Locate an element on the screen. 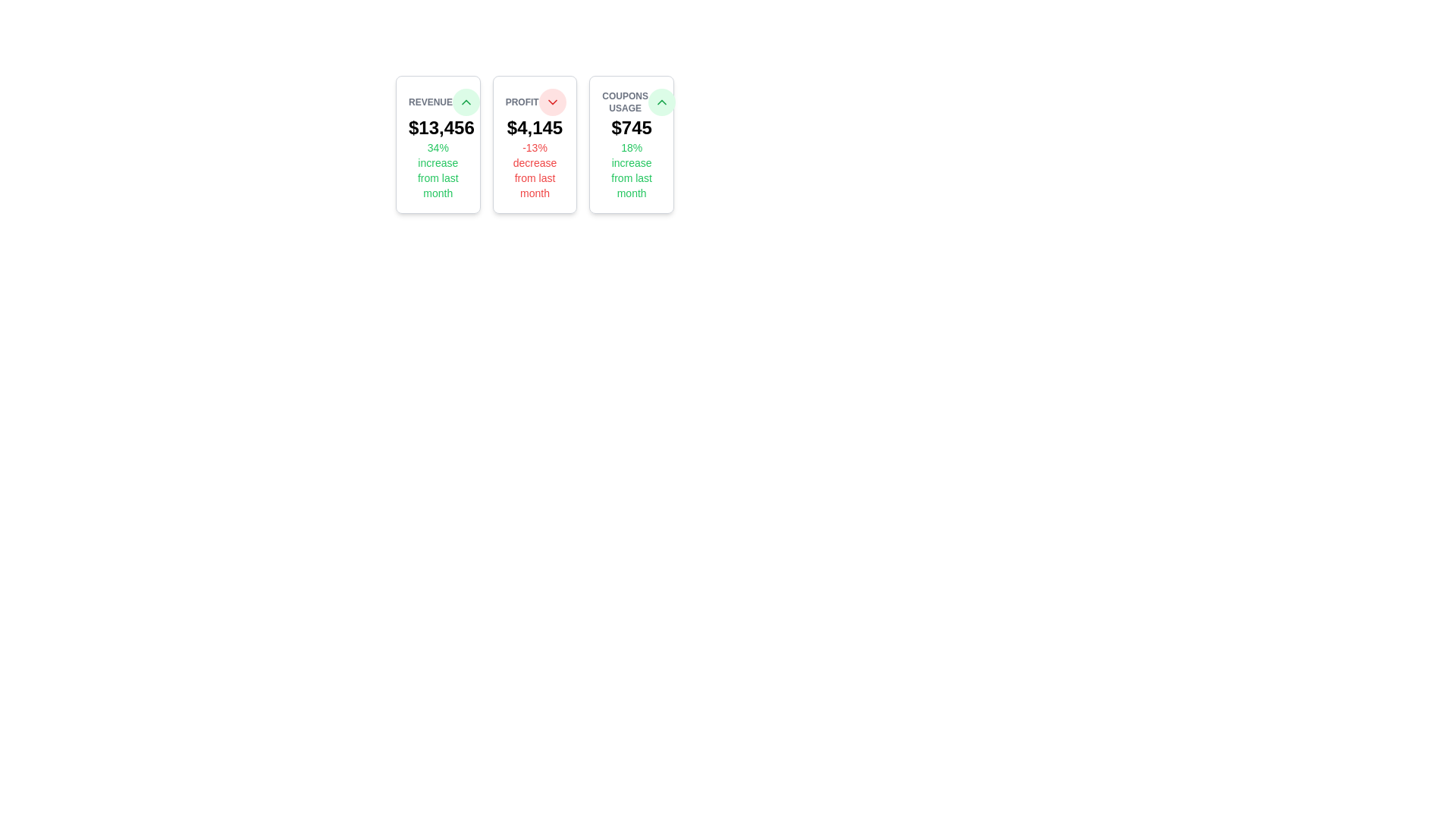 Image resolution: width=1456 pixels, height=819 pixels. the upward arrow icon in the top-right corner of the Revenue information card, which indicates an increase is located at coordinates (437, 145).